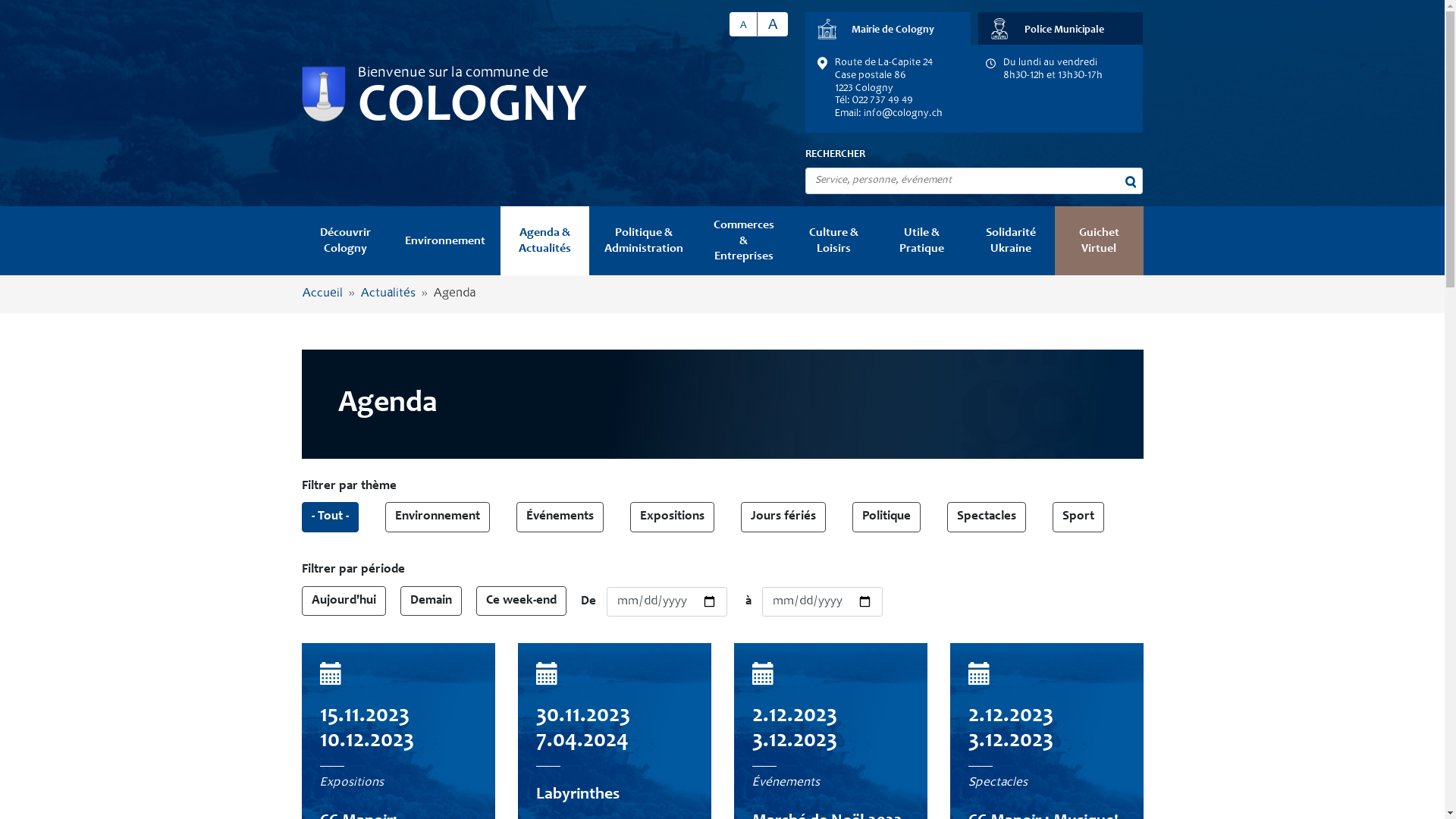 This screenshot has height=819, width=1456. I want to click on 'Accueil', so click(302, 293).